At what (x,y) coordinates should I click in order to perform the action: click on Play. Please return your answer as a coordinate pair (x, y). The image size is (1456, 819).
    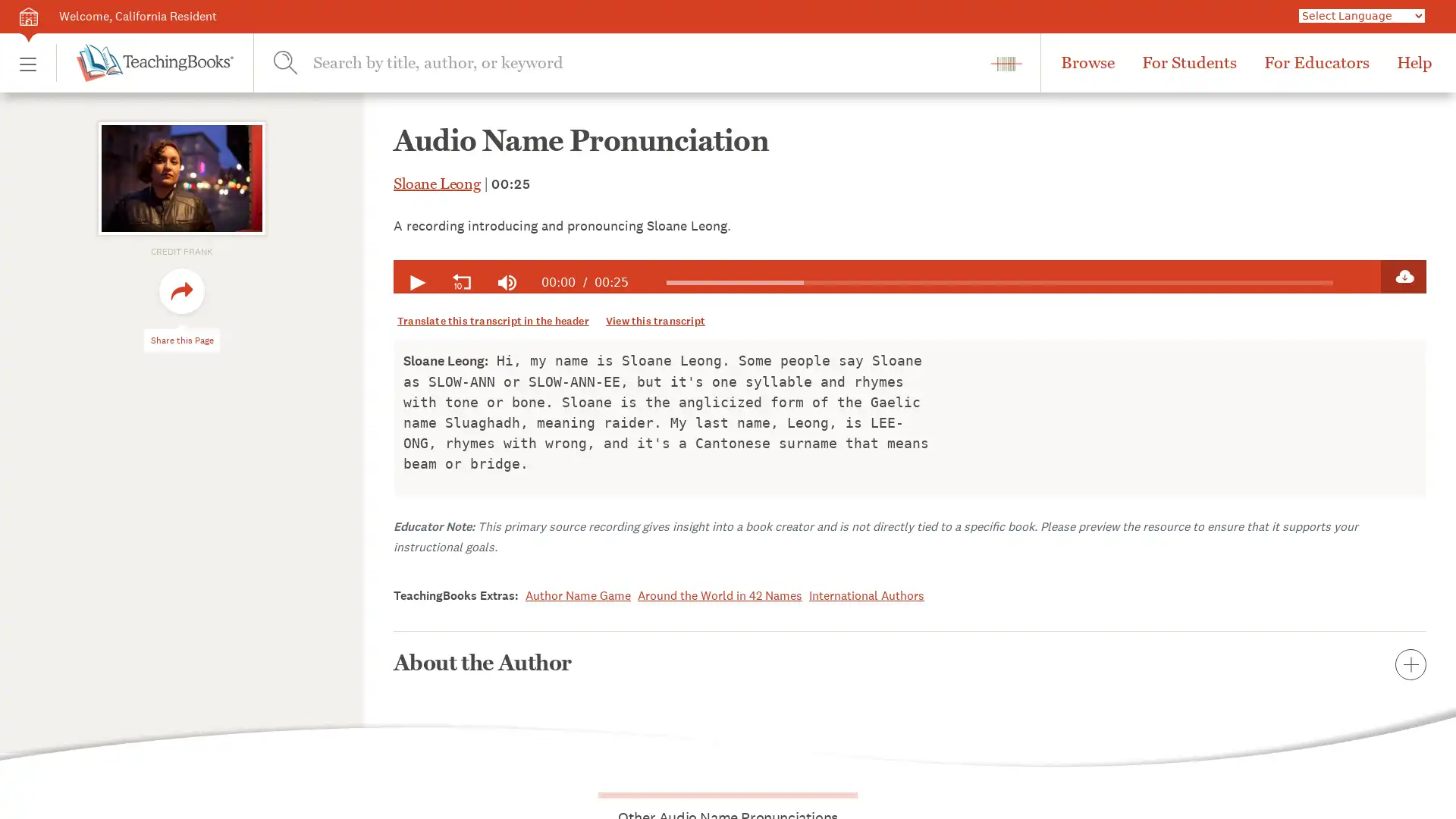
    Looking at the image, I should click on (416, 283).